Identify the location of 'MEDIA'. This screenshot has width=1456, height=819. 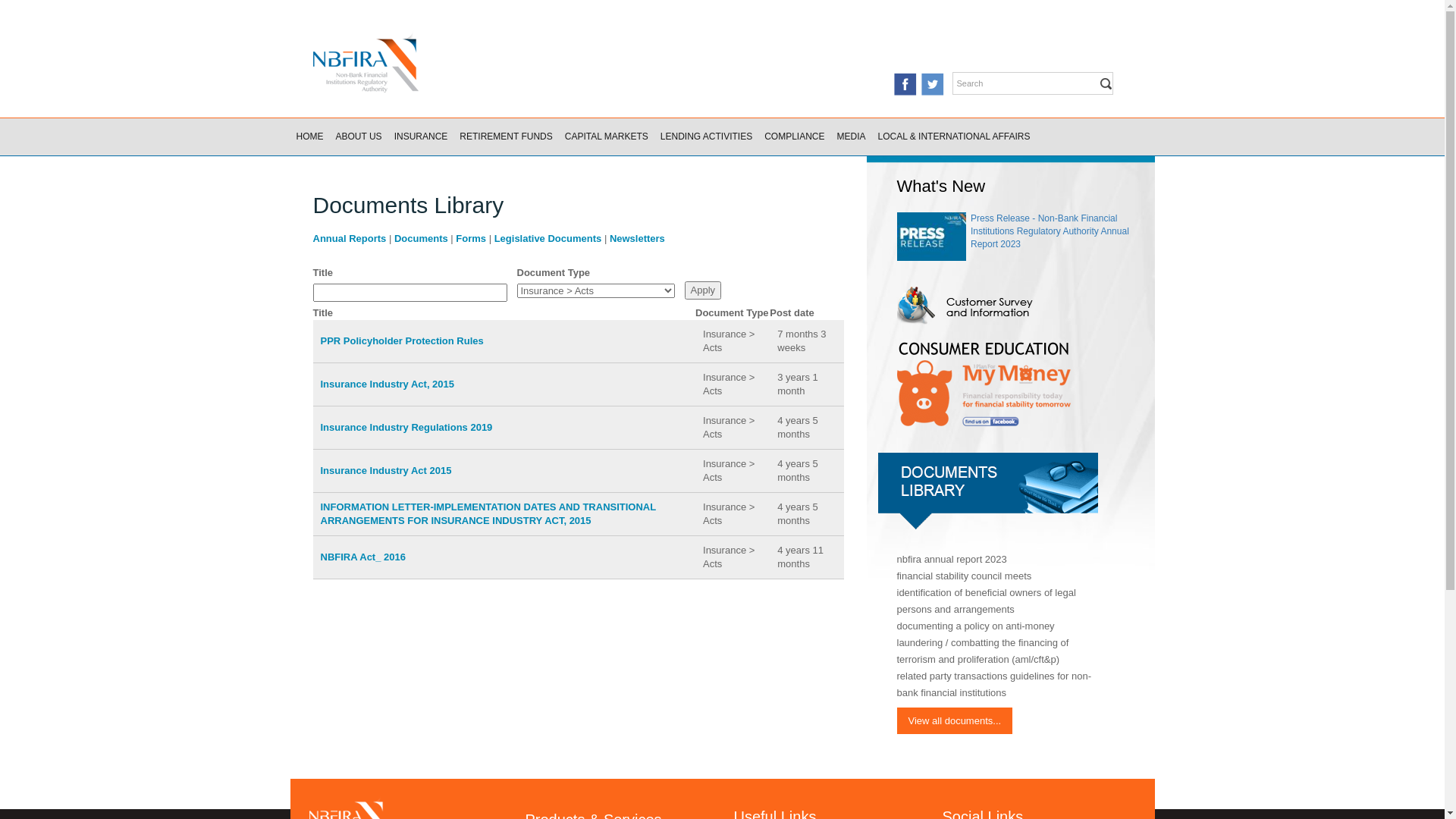
(852, 136).